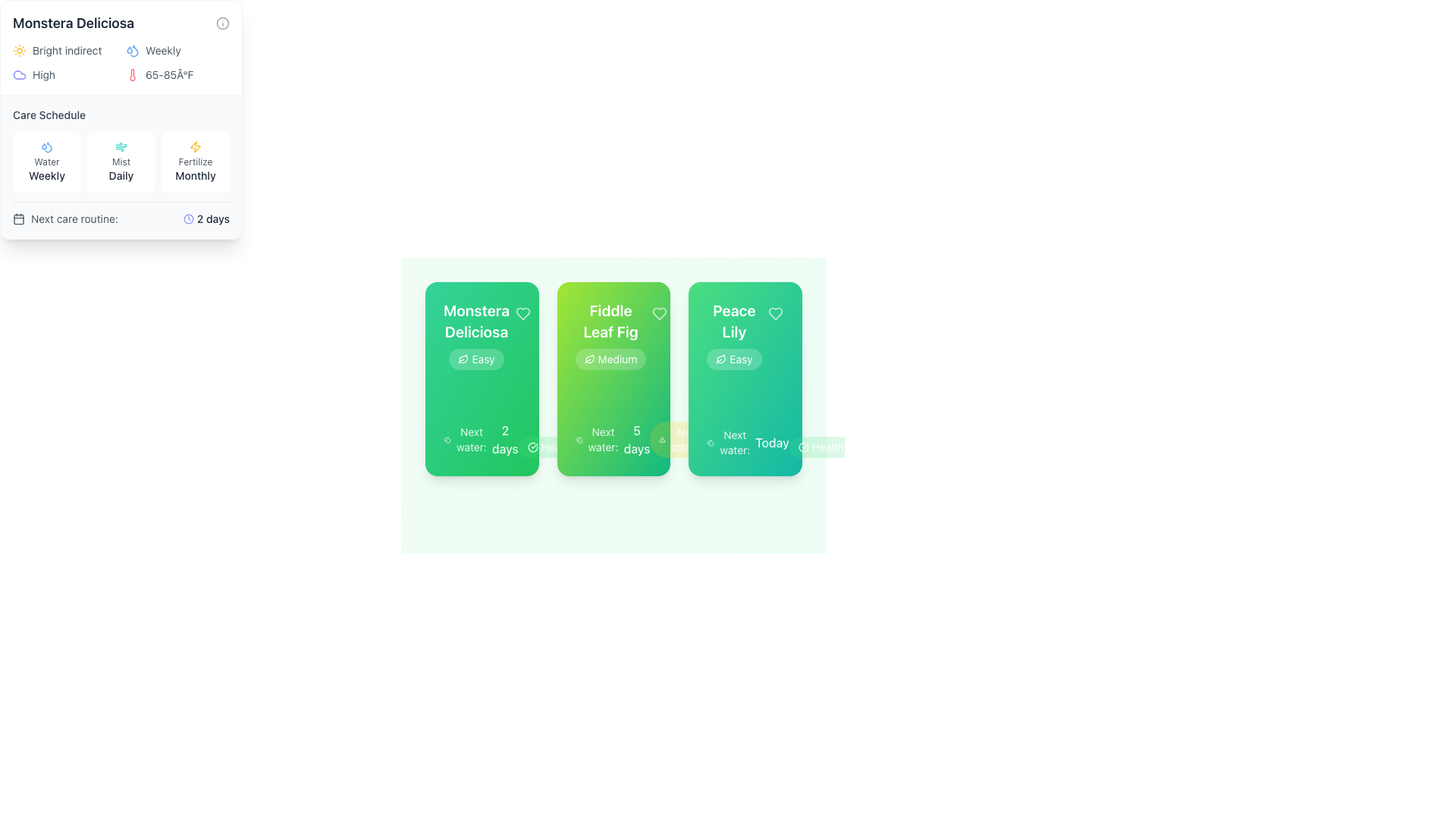 The height and width of the screenshot is (819, 1456). I want to click on the favorite icon located in the upper-right corner of the 'Fiddle Leaf Fig' card to express a like action, so click(660, 312).